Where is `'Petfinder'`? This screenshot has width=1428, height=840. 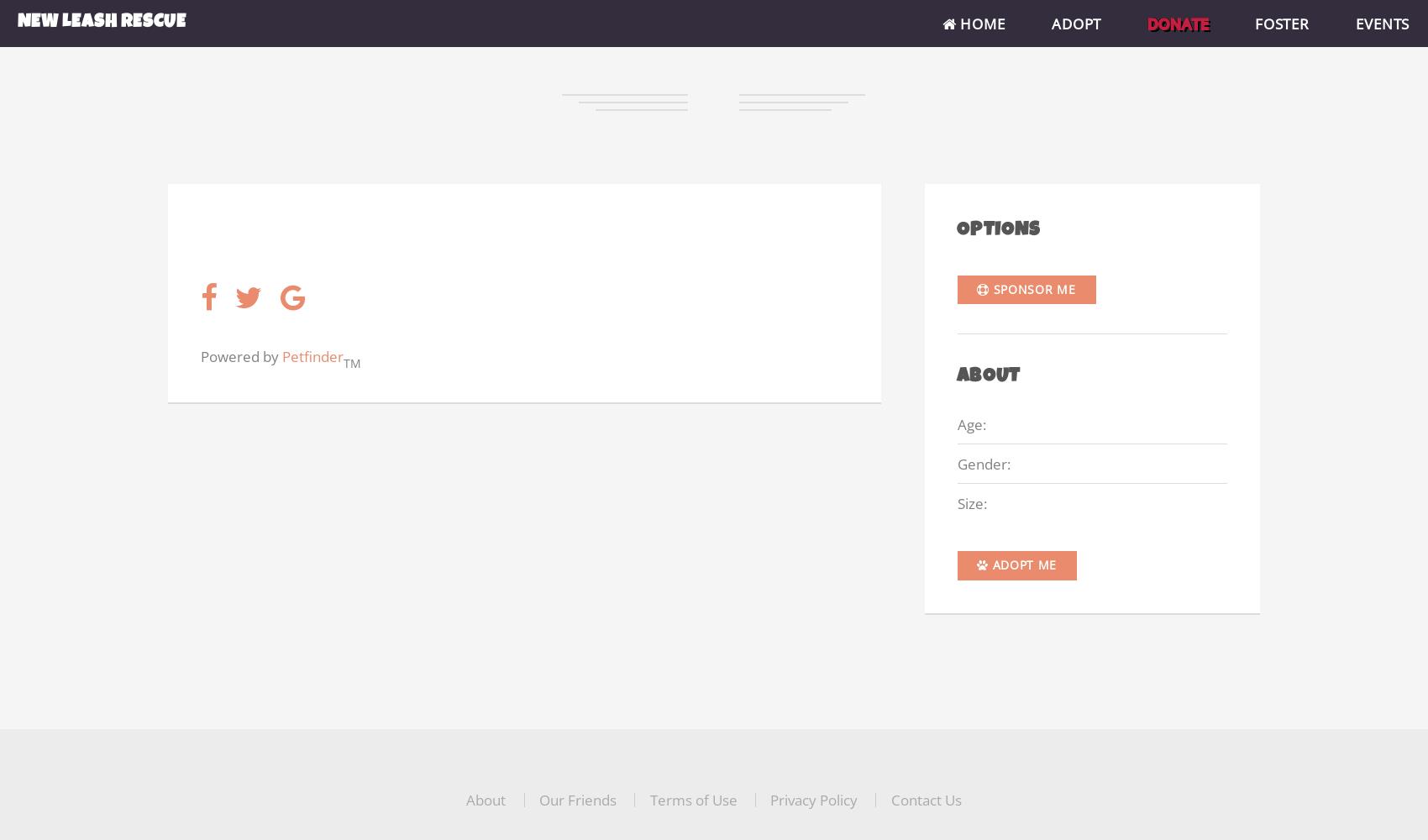 'Petfinder' is located at coordinates (312, 355).